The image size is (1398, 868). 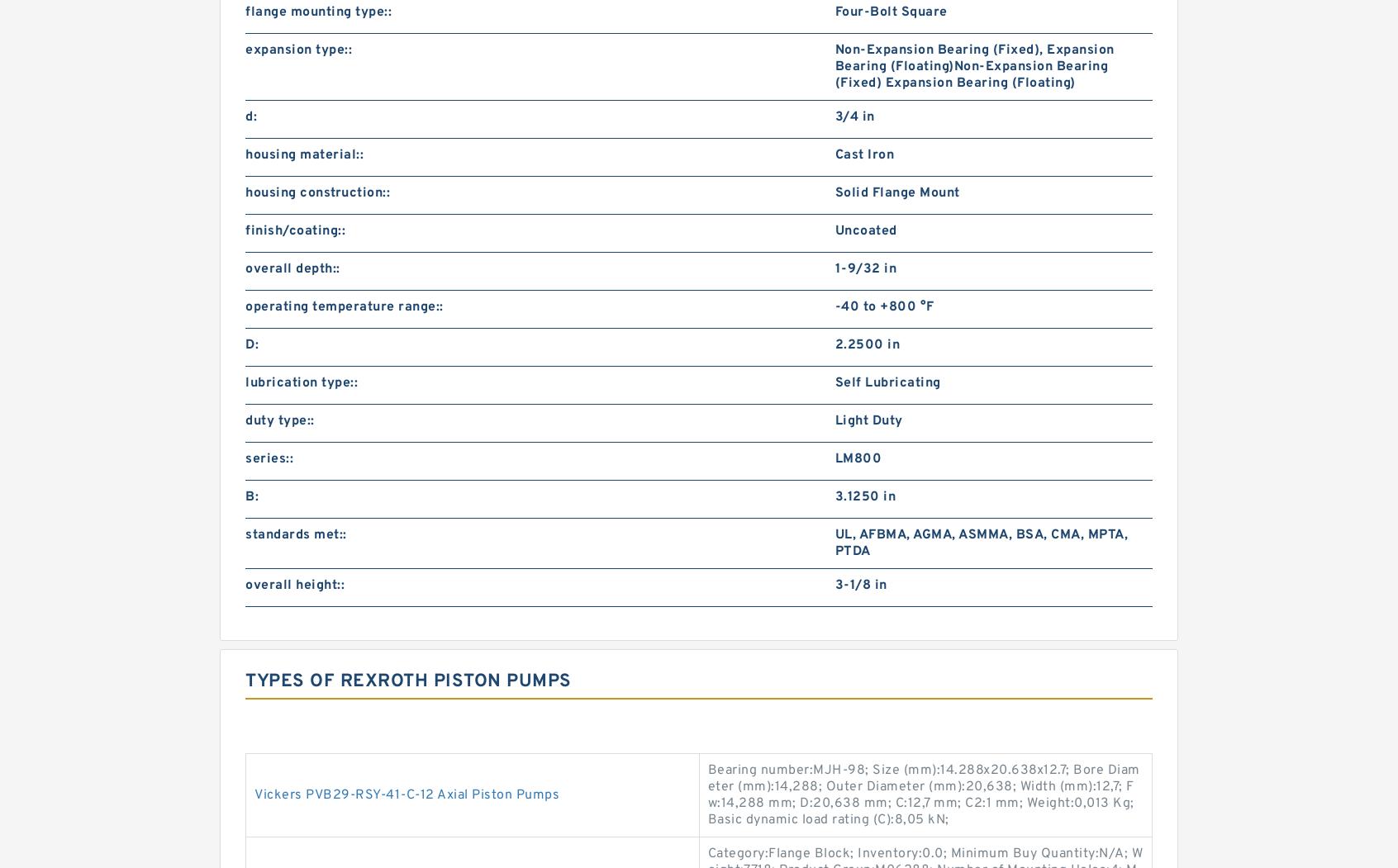 I want to click on 'Vickers PVB29-RSY-41-C-12 Axial Piston Pumps', so click(x=406, y=794).